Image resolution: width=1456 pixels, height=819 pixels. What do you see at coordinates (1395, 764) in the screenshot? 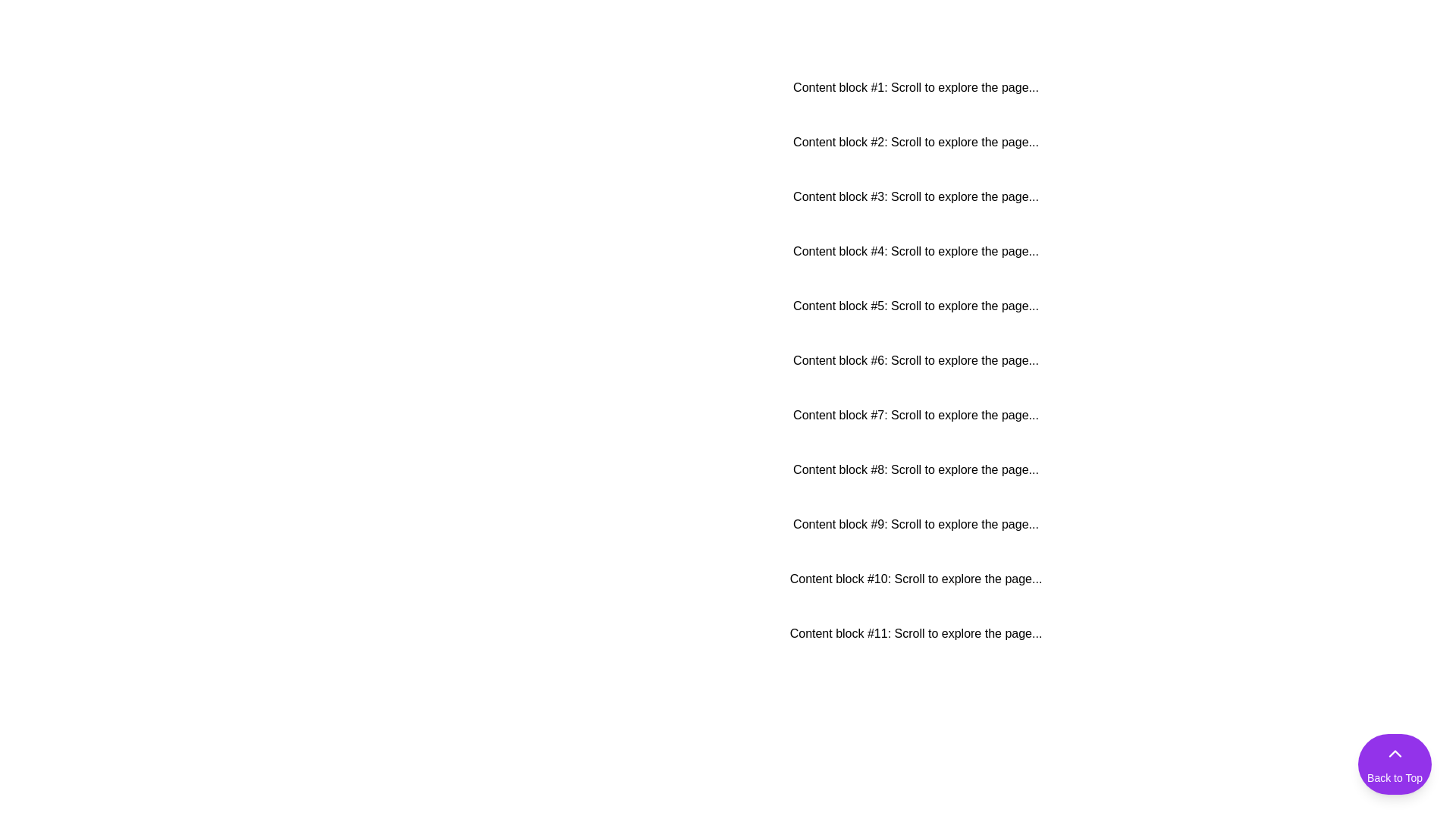
I see `the circular 'Back to Top' button with a purple background and white text, located in the bottom-right corner of the layout` at bounding box center [1395, 764].